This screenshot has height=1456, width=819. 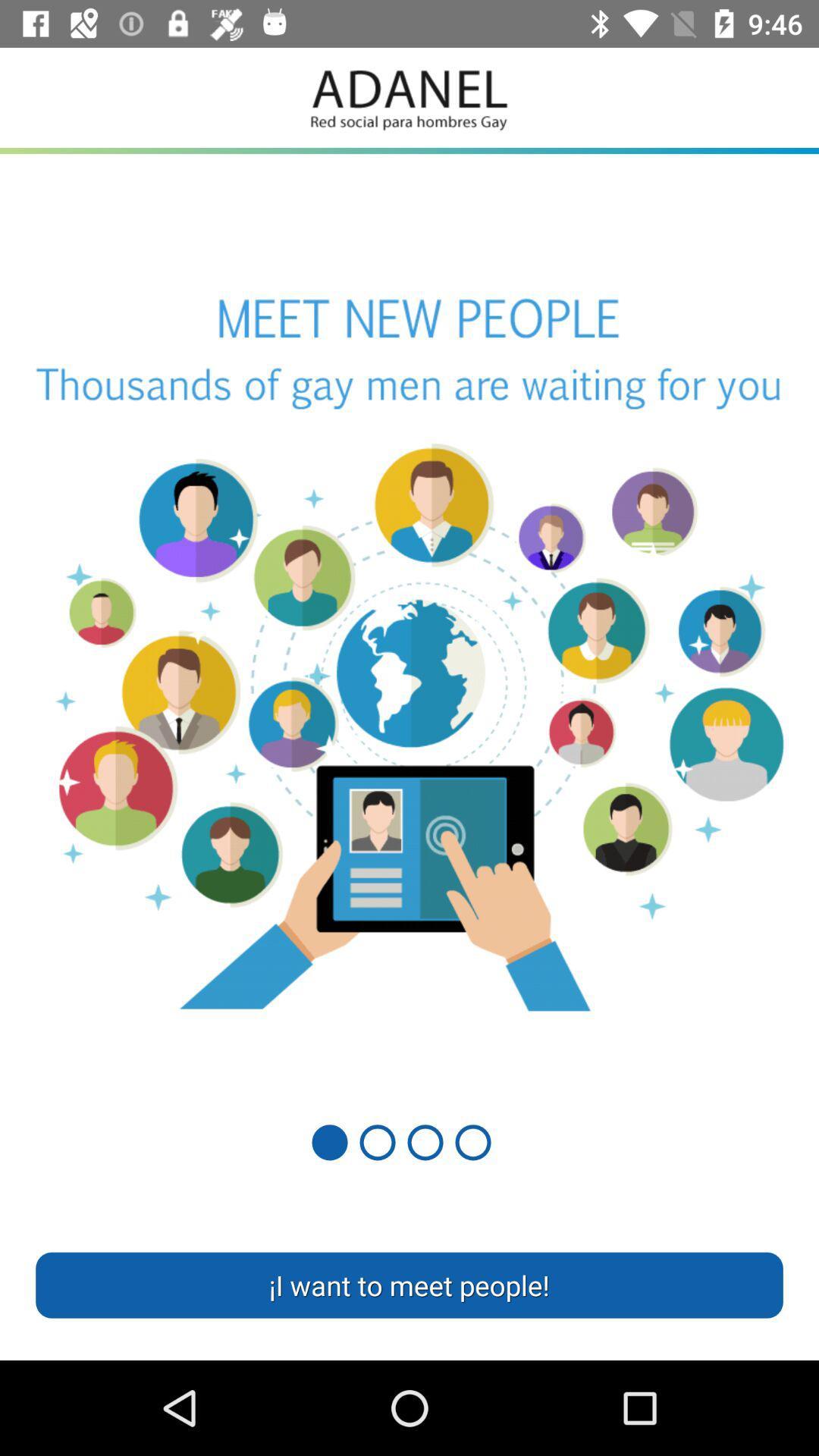 What do you see at coordinates (409, 1284) in the screenshot?
I see `i want to icon` at bounding box center [409, 1284].